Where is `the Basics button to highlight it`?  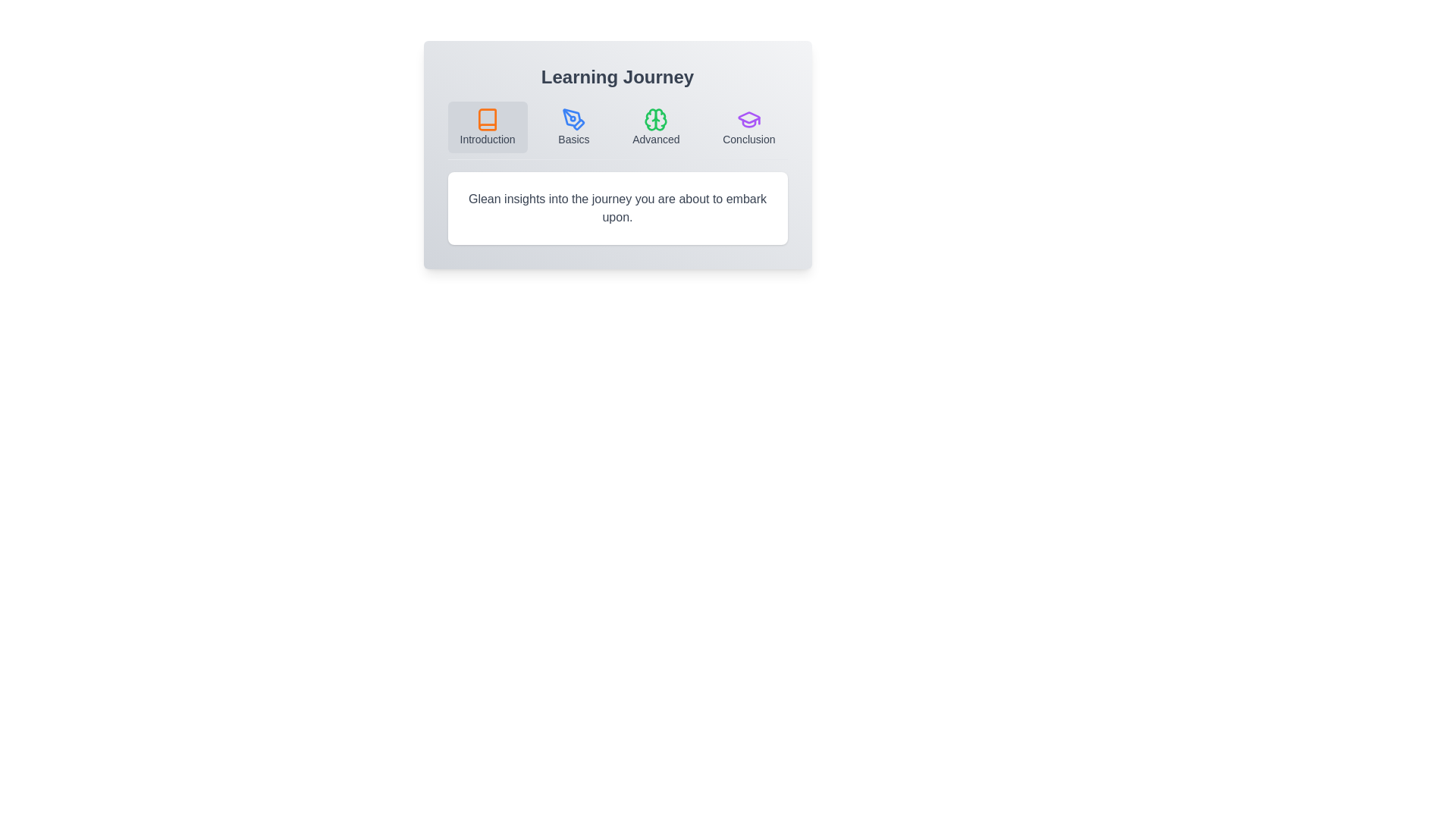
the Basics button to highlight it is located at coordinates (573, 127).